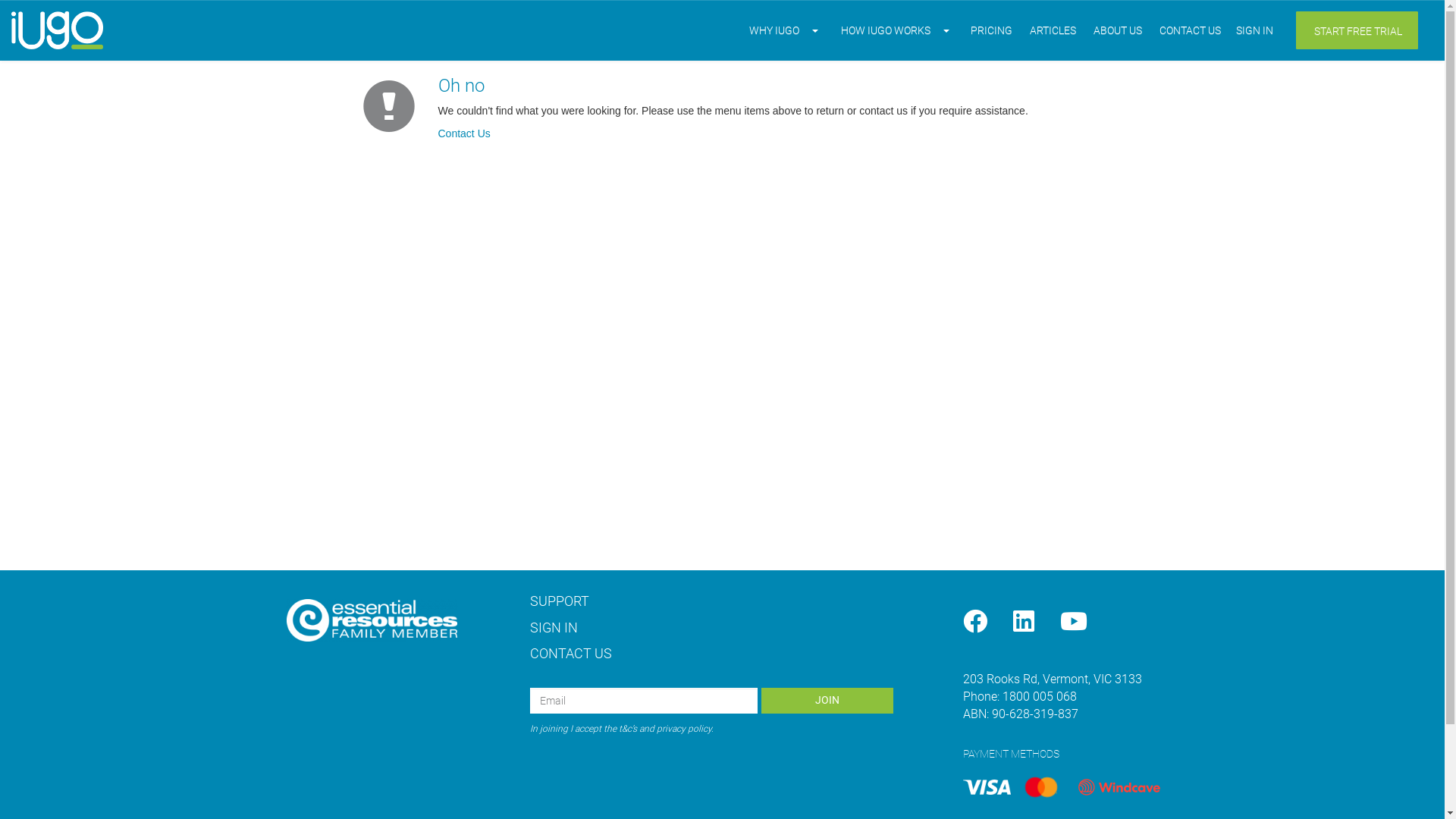  What do you see at coordinates (1256, 30) in the screenshot?
I see `'SIGN IN'` at bounding box center [1256, 30].